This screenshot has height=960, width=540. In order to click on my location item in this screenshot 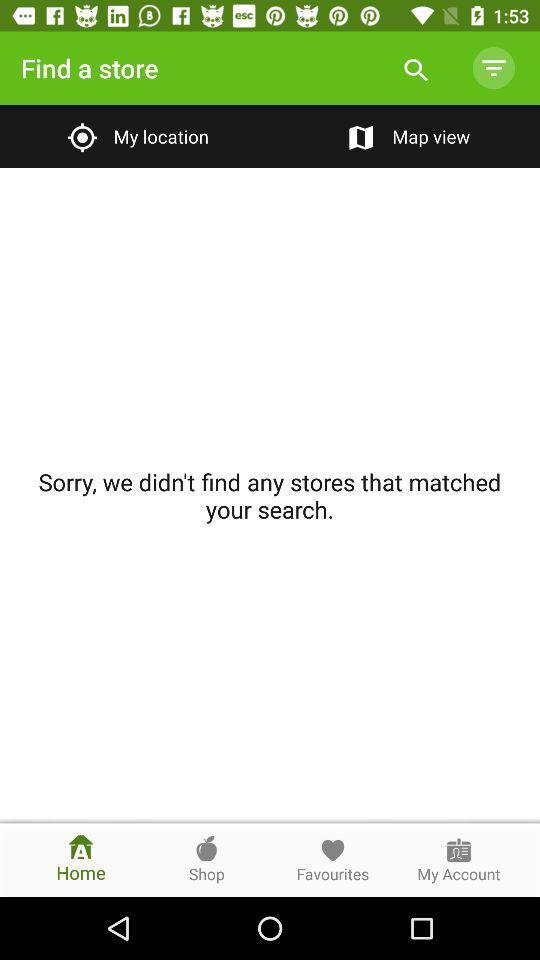, I will do `click(135, 135)`.